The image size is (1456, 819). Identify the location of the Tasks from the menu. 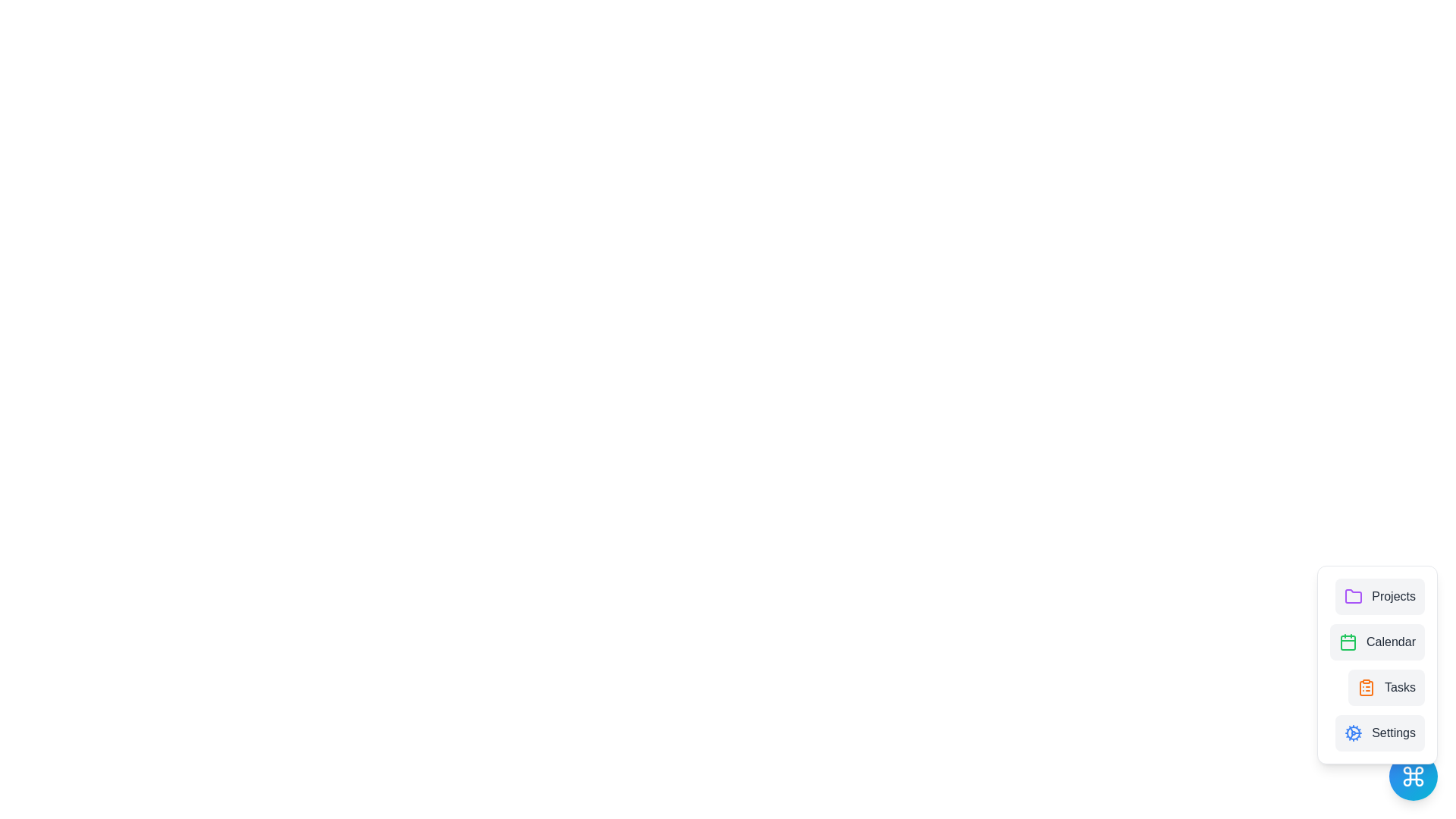
(1386, 687).